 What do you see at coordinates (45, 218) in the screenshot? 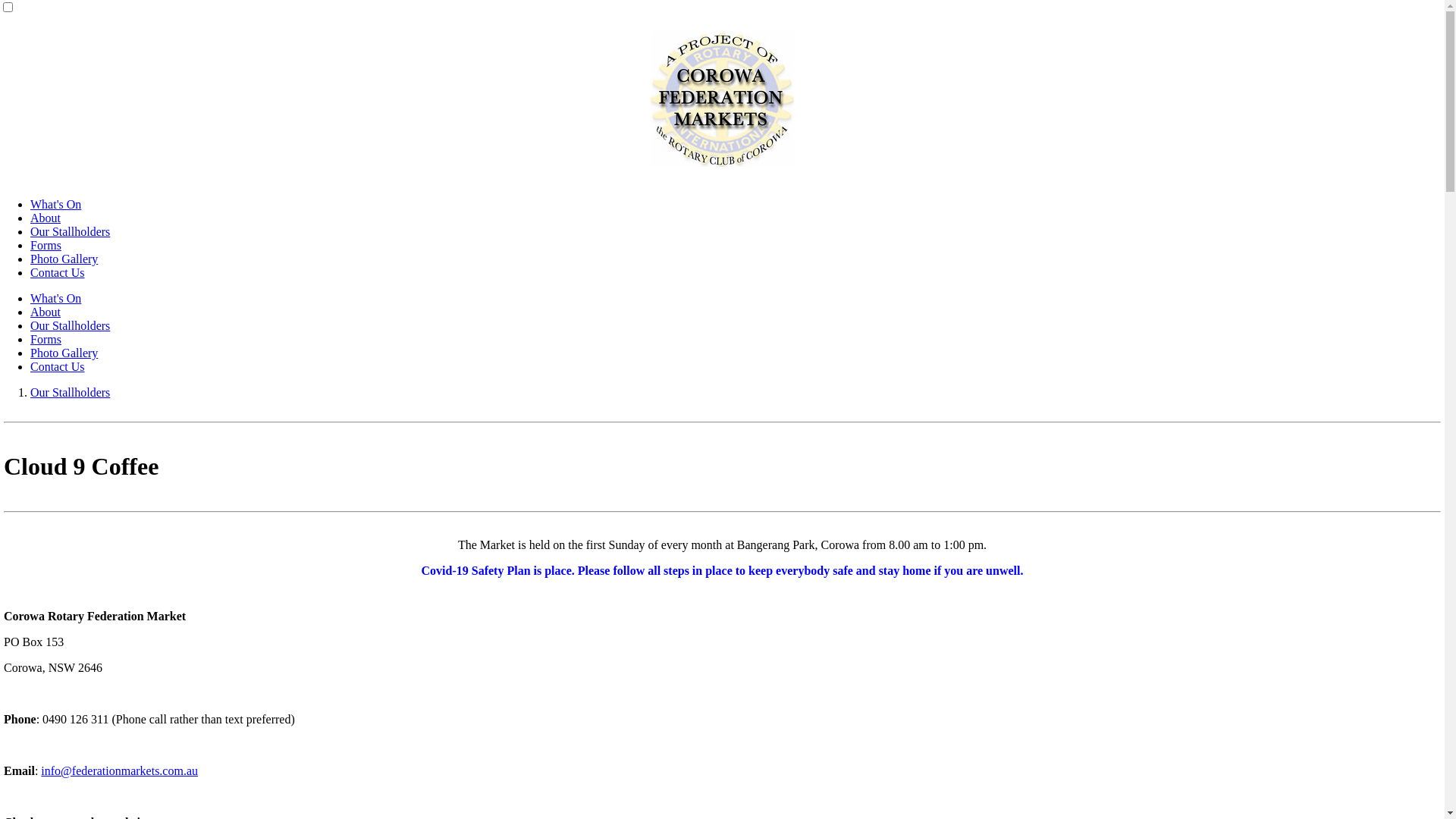
I see `'About'` at bounding box center [45, 218].